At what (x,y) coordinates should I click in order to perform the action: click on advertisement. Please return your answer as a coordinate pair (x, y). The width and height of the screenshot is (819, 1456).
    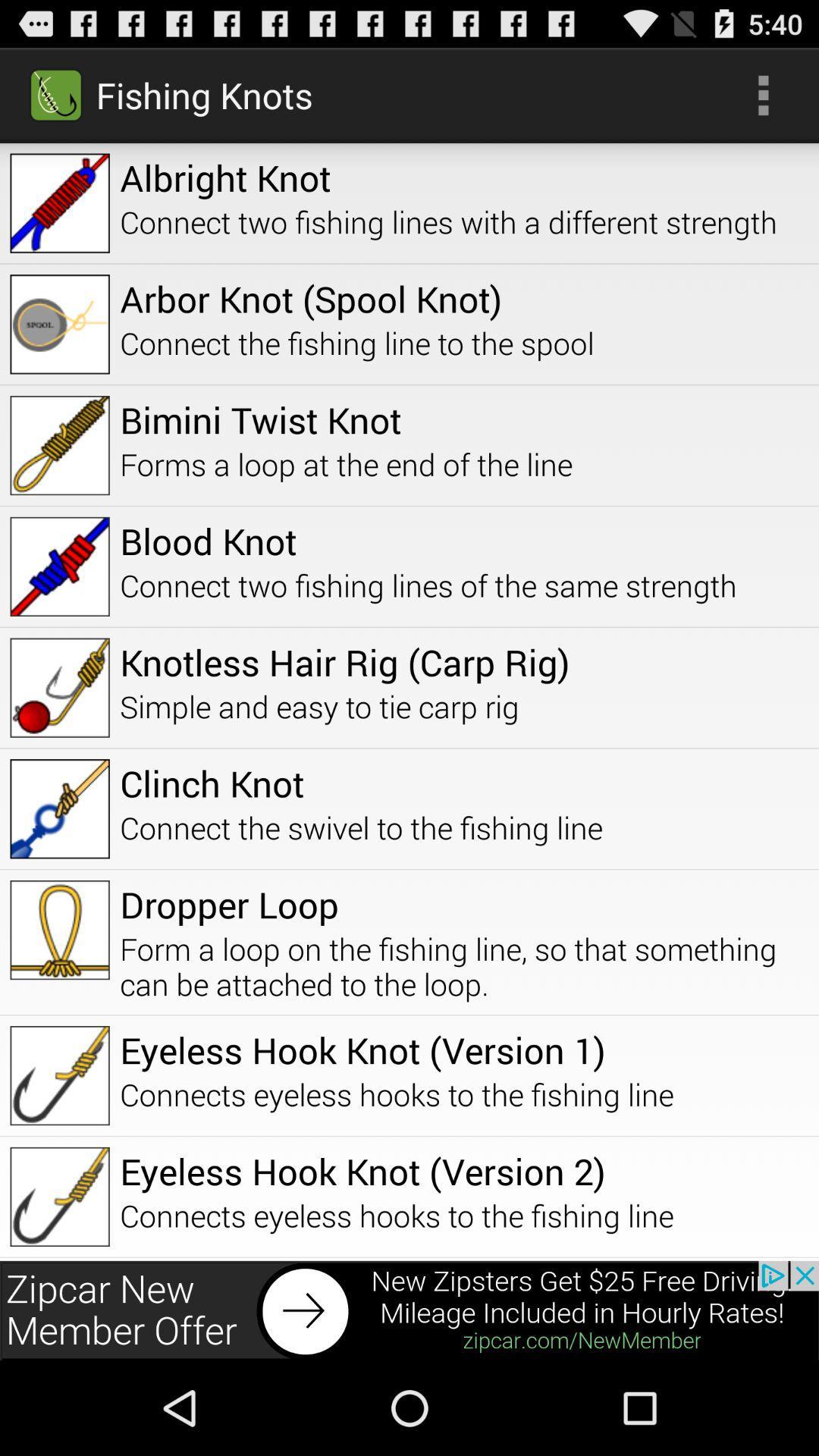
    Looking at the image, I should click on (409, 1310).